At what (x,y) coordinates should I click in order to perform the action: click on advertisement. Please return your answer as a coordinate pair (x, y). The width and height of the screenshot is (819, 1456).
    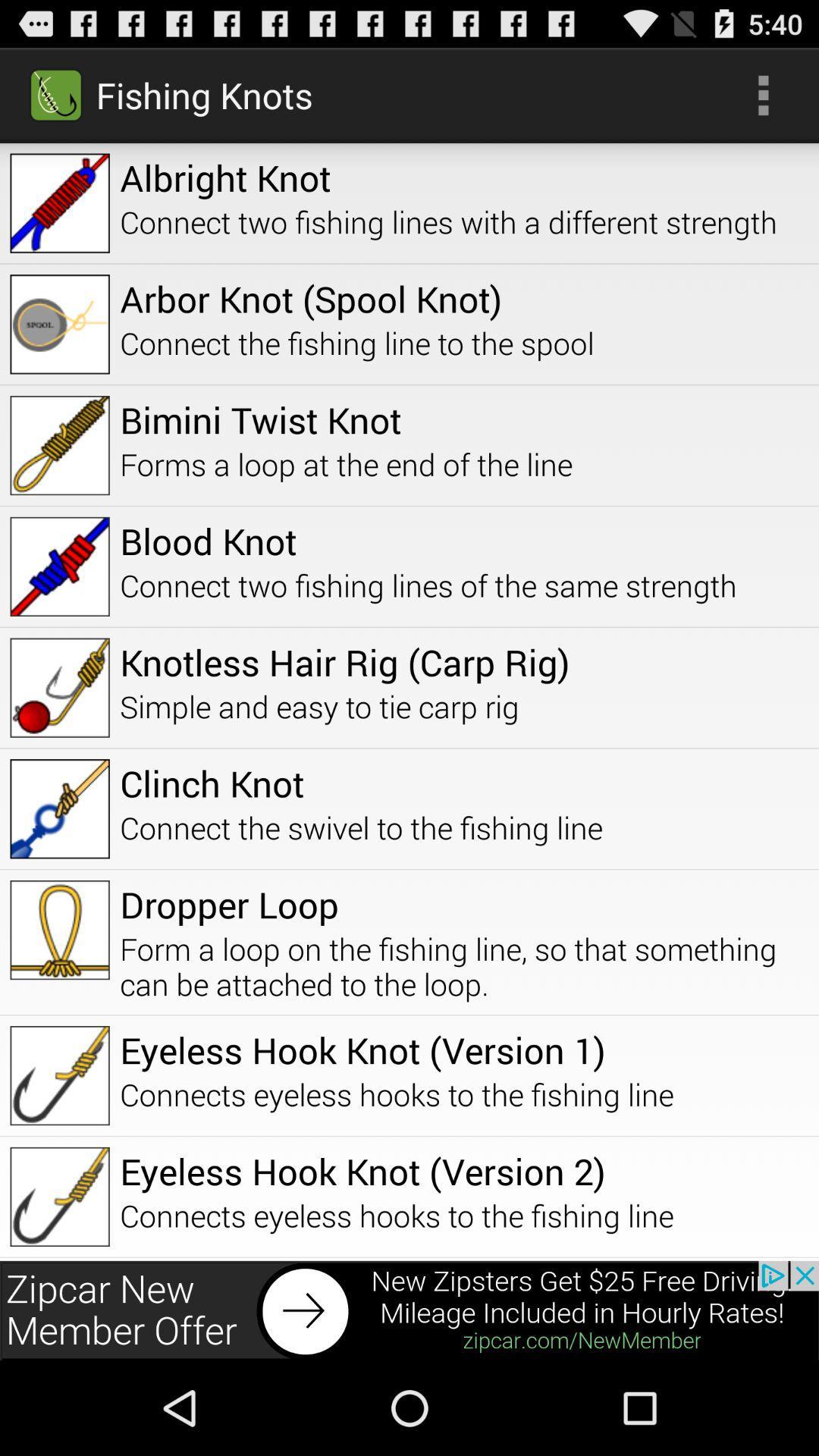
    Looking at the image, I should click on (409, 1310).